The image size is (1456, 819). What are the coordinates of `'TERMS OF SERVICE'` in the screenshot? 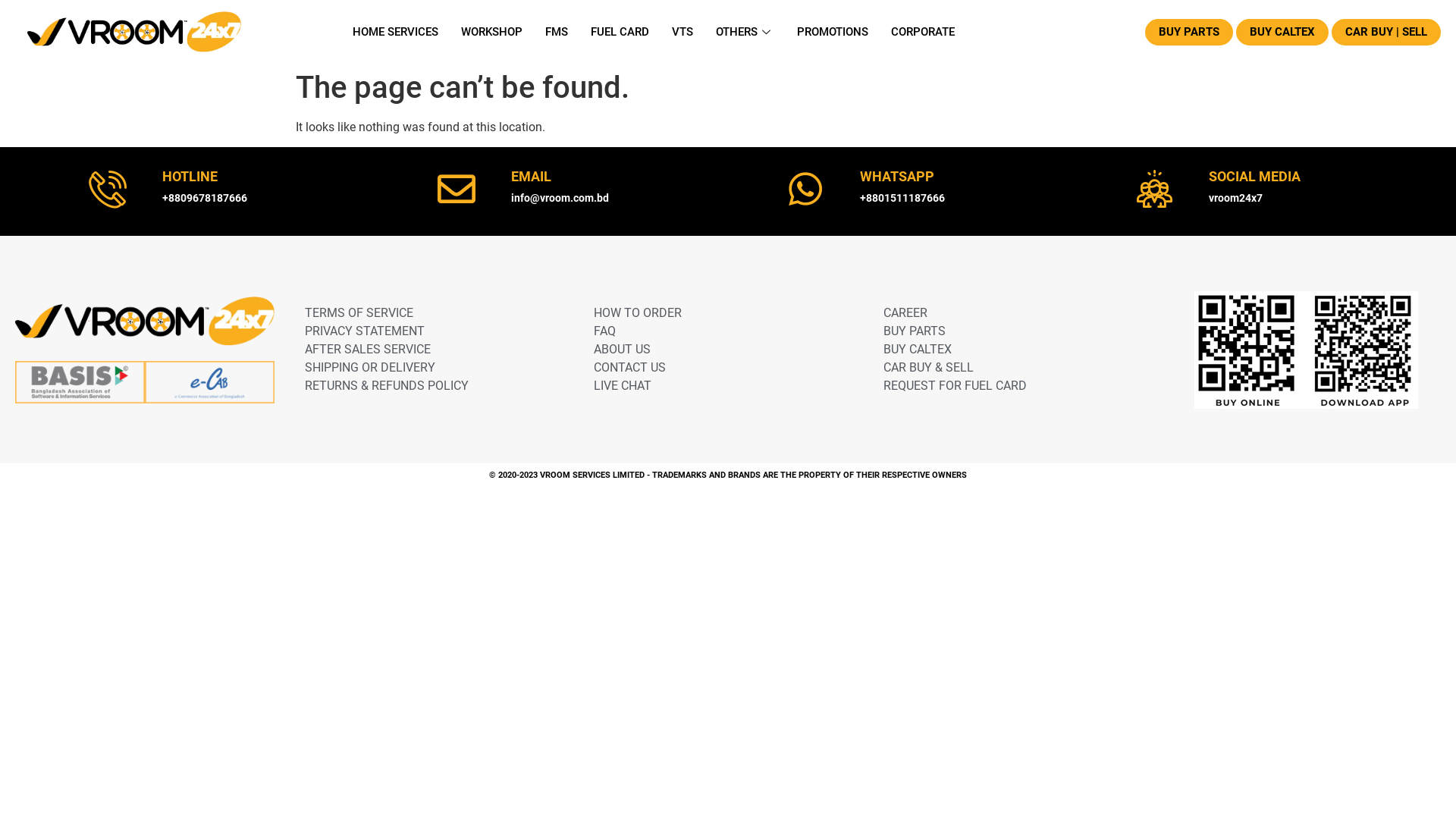 It's located at (304, 312).